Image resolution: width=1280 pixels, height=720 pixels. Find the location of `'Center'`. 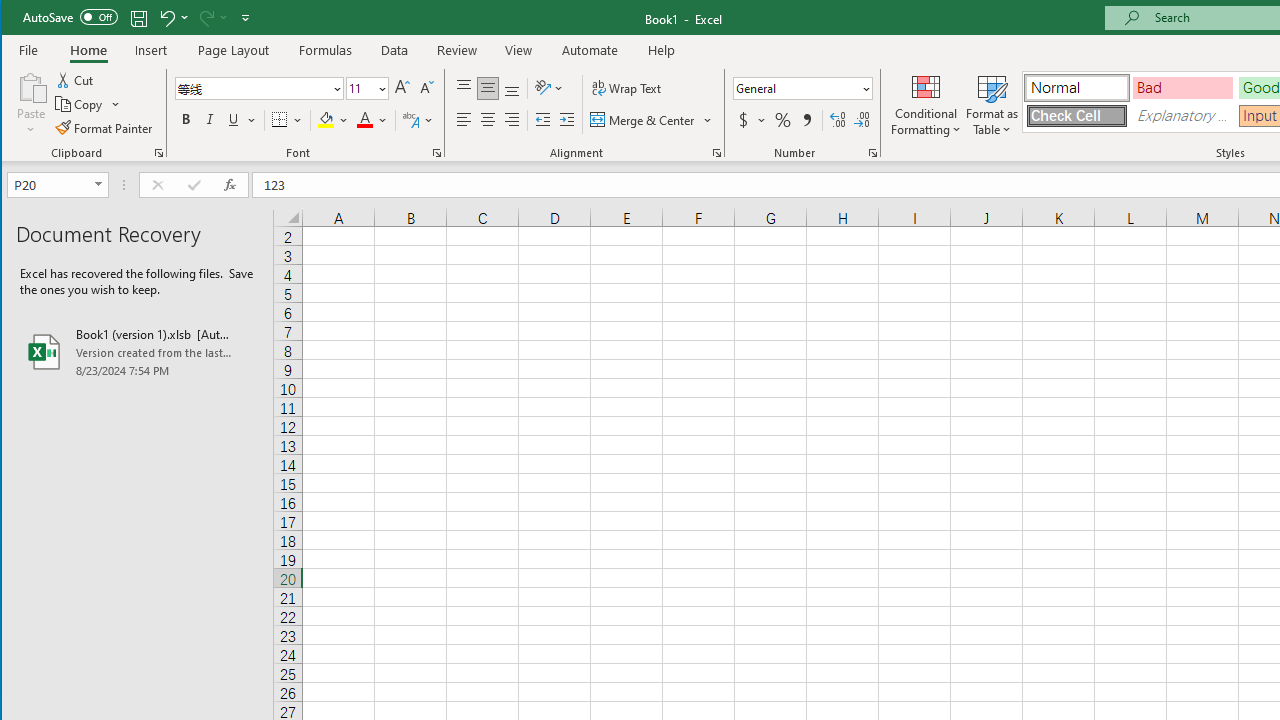

'Center' is located at coordinates (488, 120).